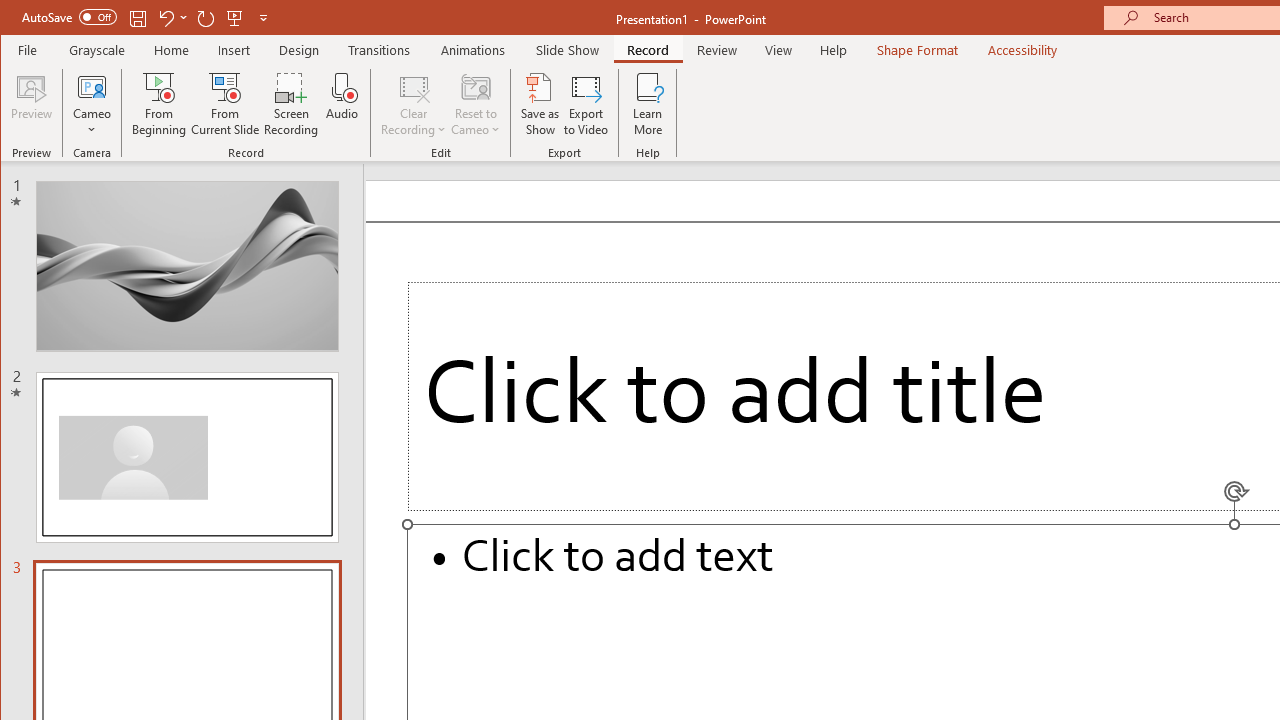 The width and height of the screenshot is (1280, 720). I want to click on 'From Current Slide...', so click(225, 104).